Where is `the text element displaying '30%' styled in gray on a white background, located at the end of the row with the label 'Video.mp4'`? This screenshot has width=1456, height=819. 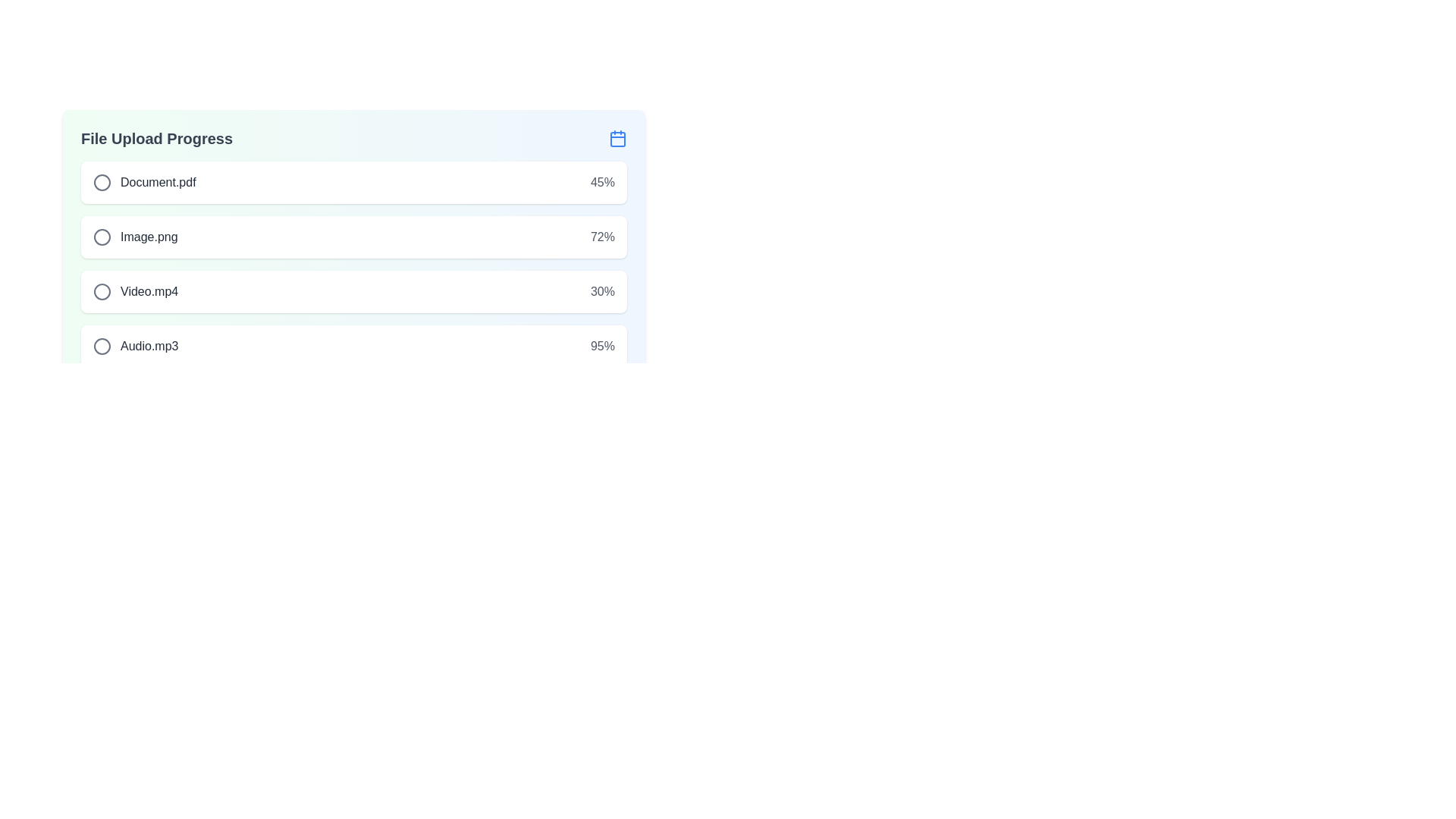 the text element displaying '30%' styled in gray on a white background, located at the end of the row with the label 'Video.mp4' is located at coordinates (602, 292).